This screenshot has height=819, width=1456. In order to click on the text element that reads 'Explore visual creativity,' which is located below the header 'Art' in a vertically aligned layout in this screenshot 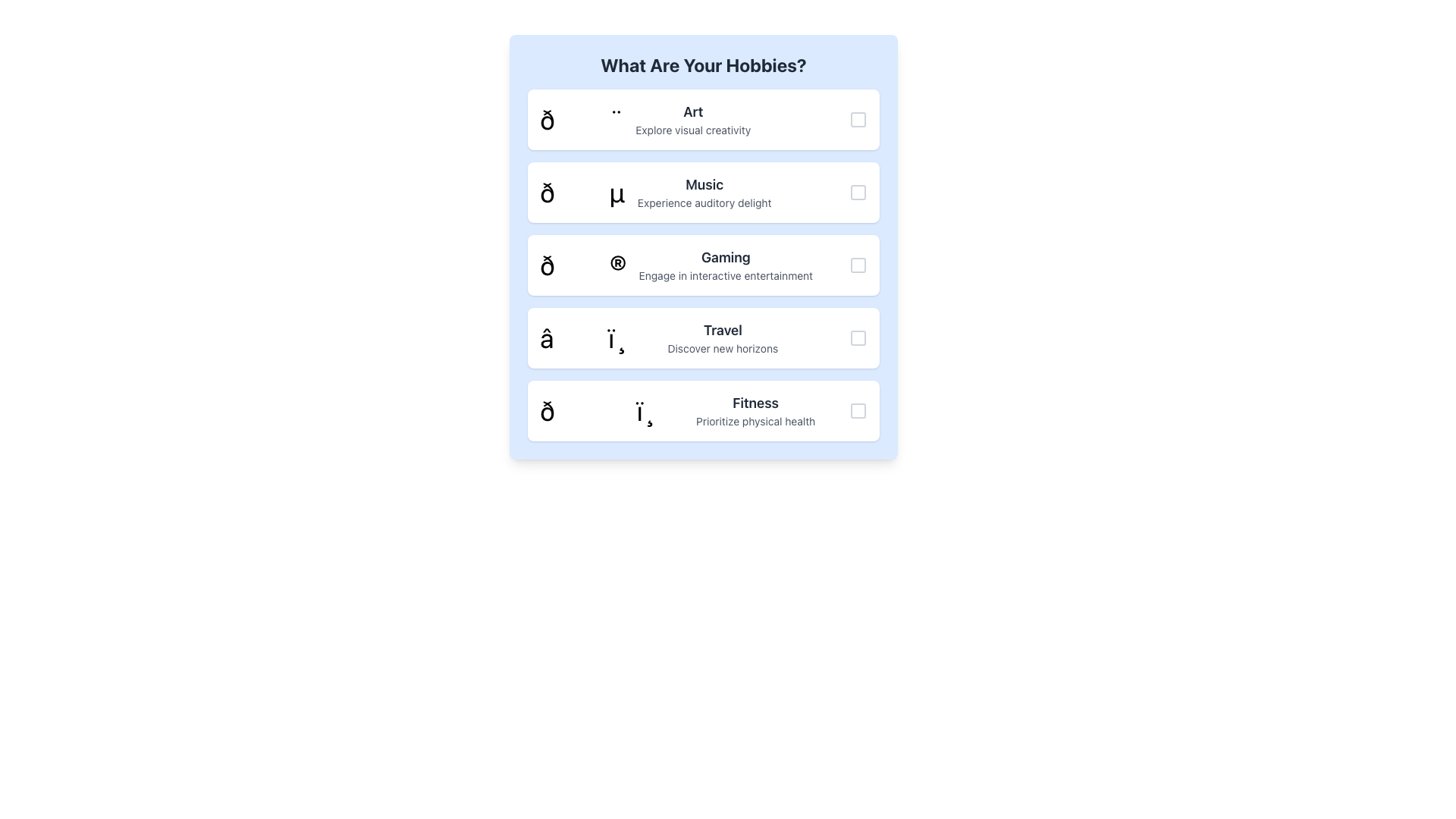, I will do `click(692, 130)`.